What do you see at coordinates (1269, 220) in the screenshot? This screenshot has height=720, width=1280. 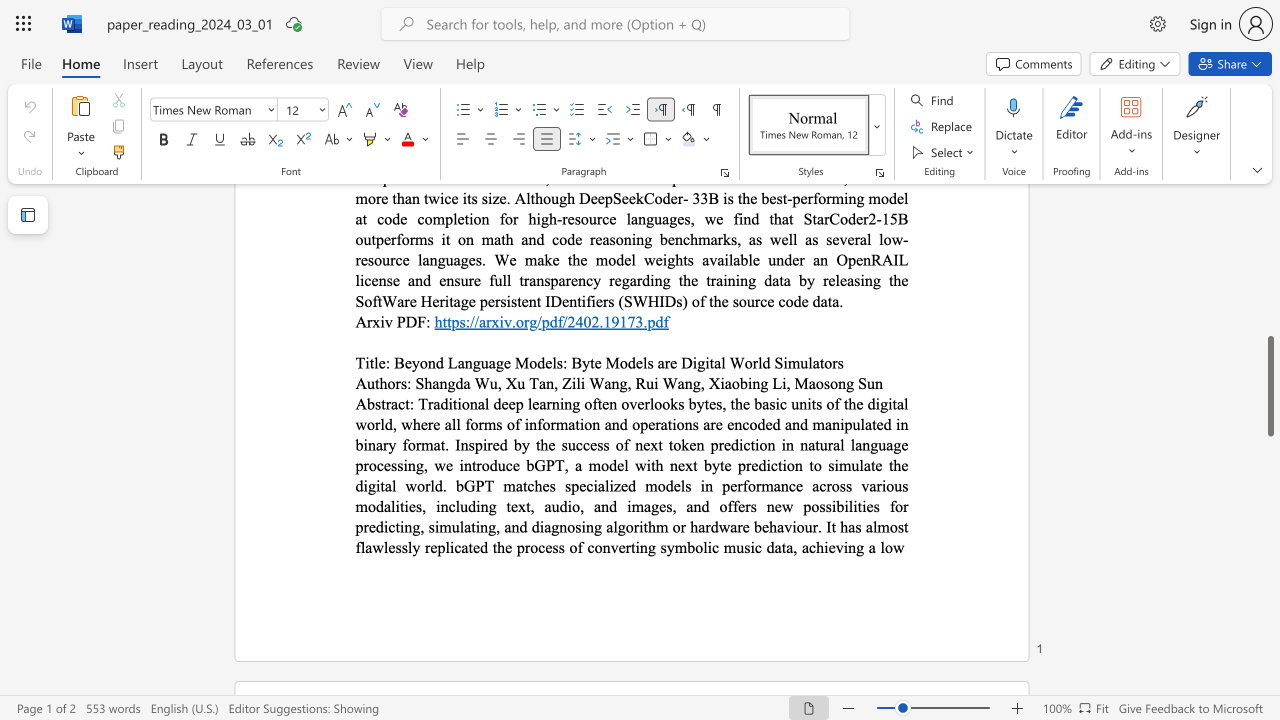 I see `the page's right scrollbar for upward movement` at bounding box center [1269, 220].